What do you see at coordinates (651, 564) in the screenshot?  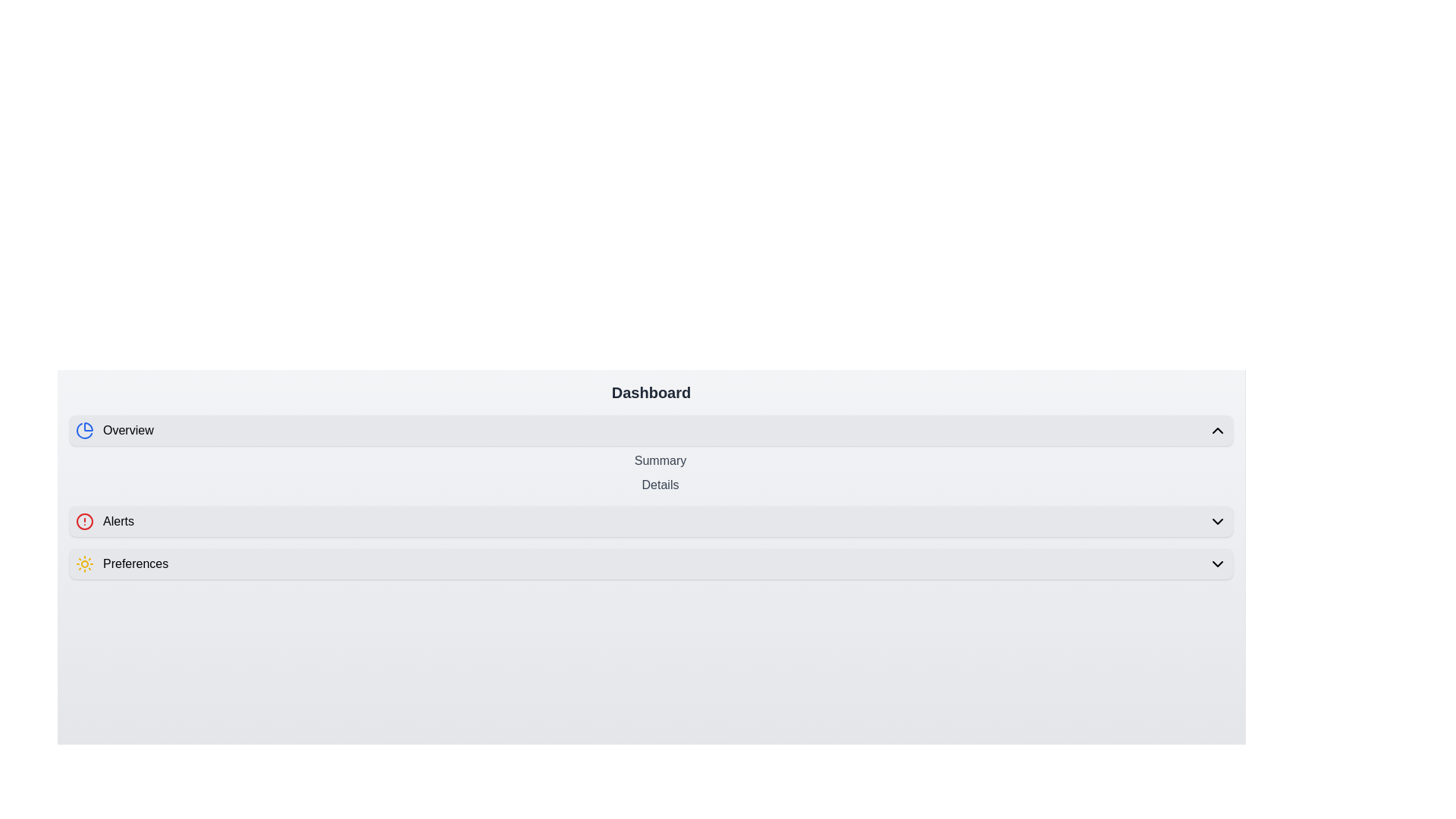 I see `the interactive button located below the 'Alerts' section, which serves as a UI component` at bounding box center [651, 564].